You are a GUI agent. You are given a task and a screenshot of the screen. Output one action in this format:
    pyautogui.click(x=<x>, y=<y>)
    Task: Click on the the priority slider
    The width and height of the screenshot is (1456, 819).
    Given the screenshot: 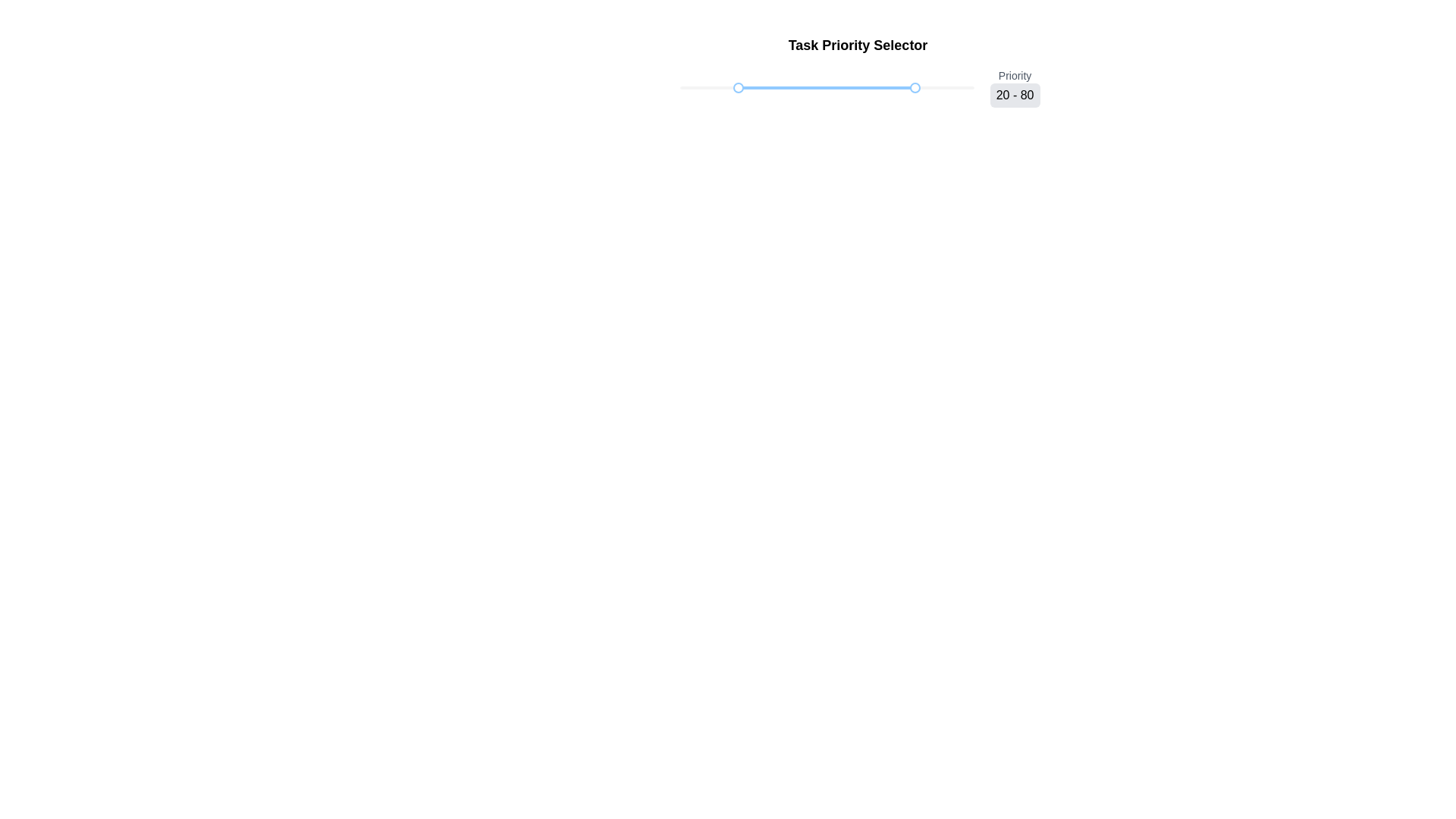 What is the action you would take?
    pyautogui.click(x=938, y=87)
    